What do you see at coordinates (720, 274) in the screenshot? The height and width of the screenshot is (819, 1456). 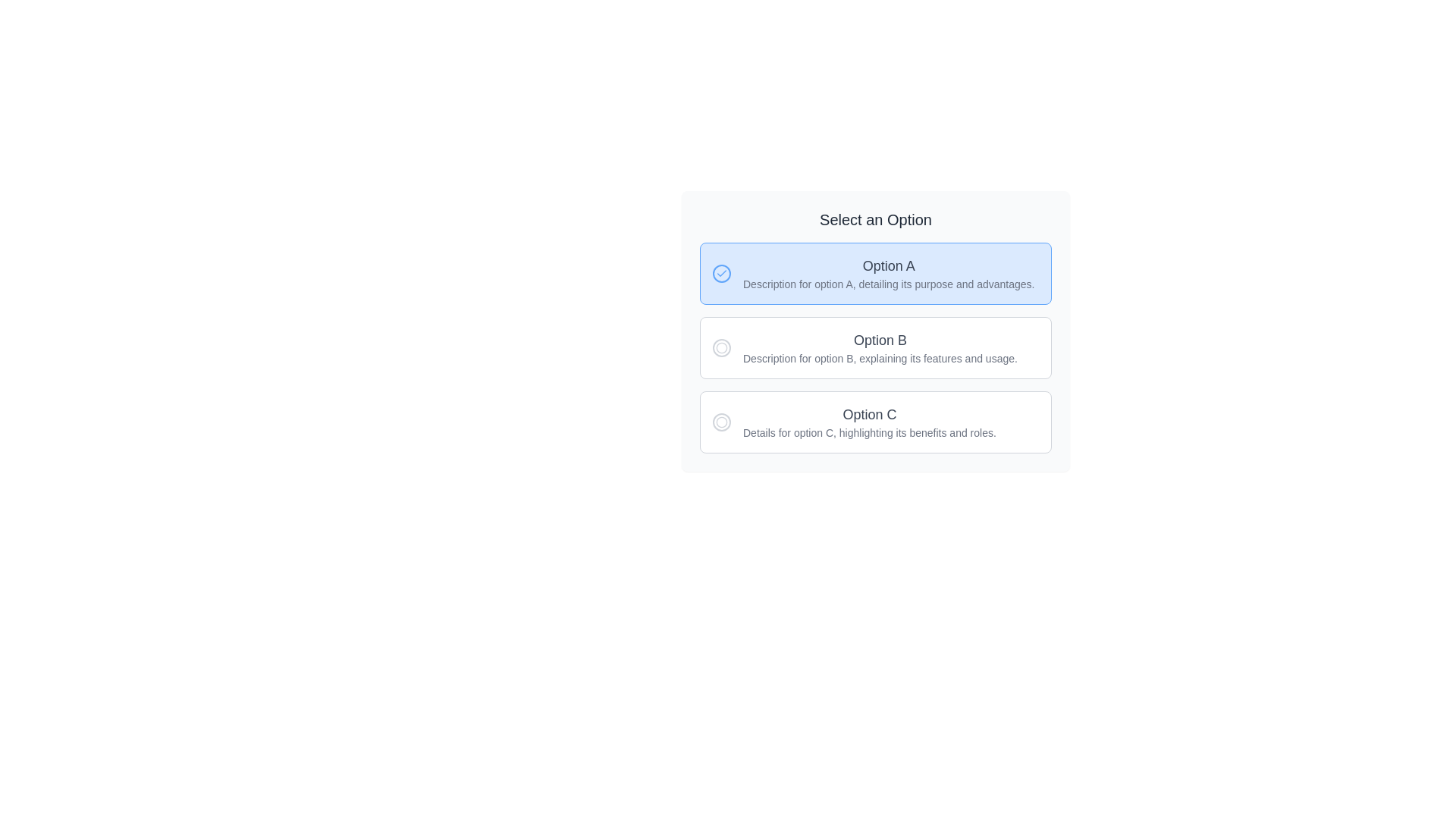 I see `the selection indicator with a blue border and checkmark icon located in the top-left corner of the 'Option A' section` at bounding box center [720, 274].